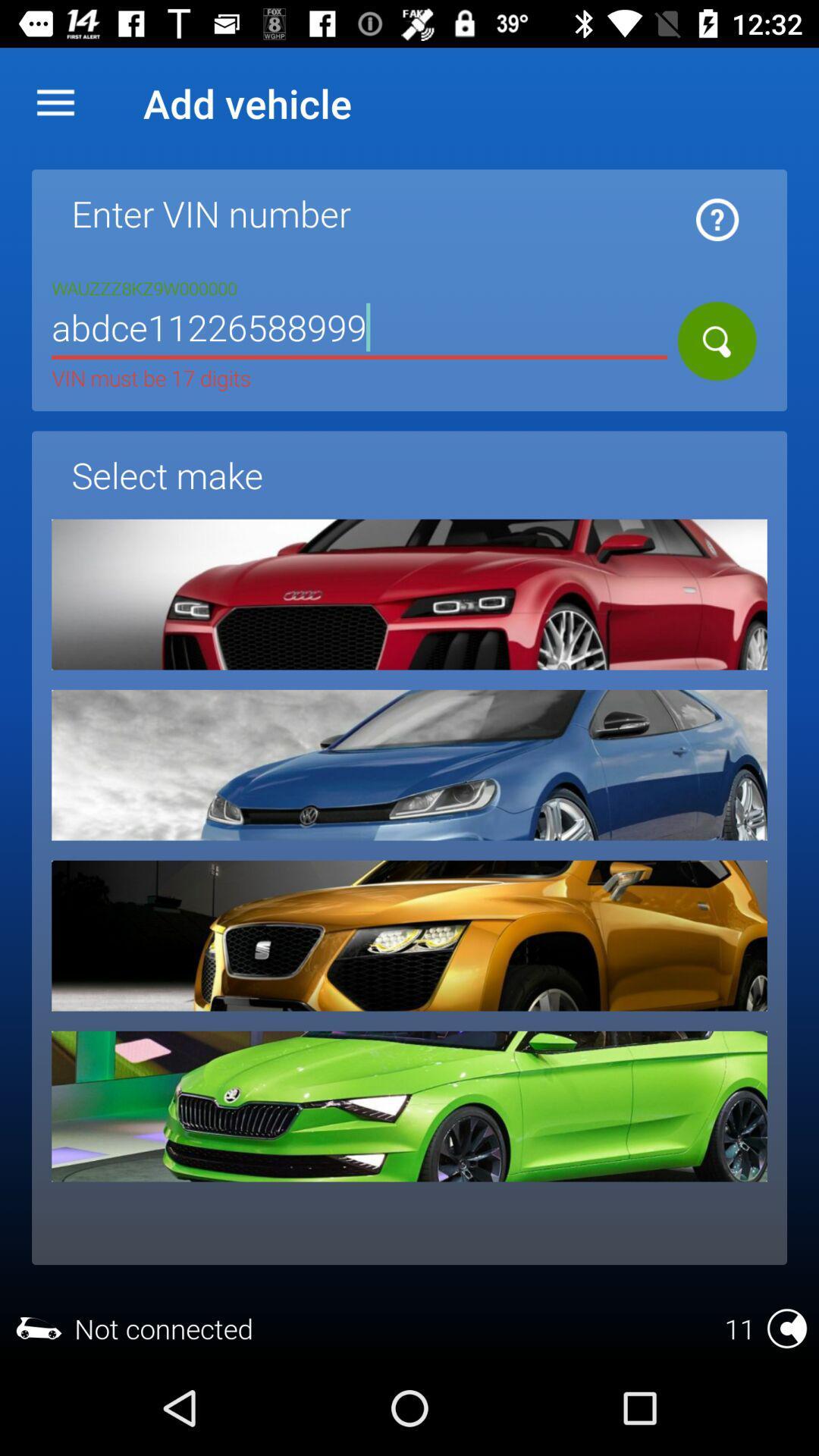 This screenshot has width=819, height=1456. What do you see at coordinates (409, 935) in the screenshot?
I see `make` at bounding box center [409, 935].